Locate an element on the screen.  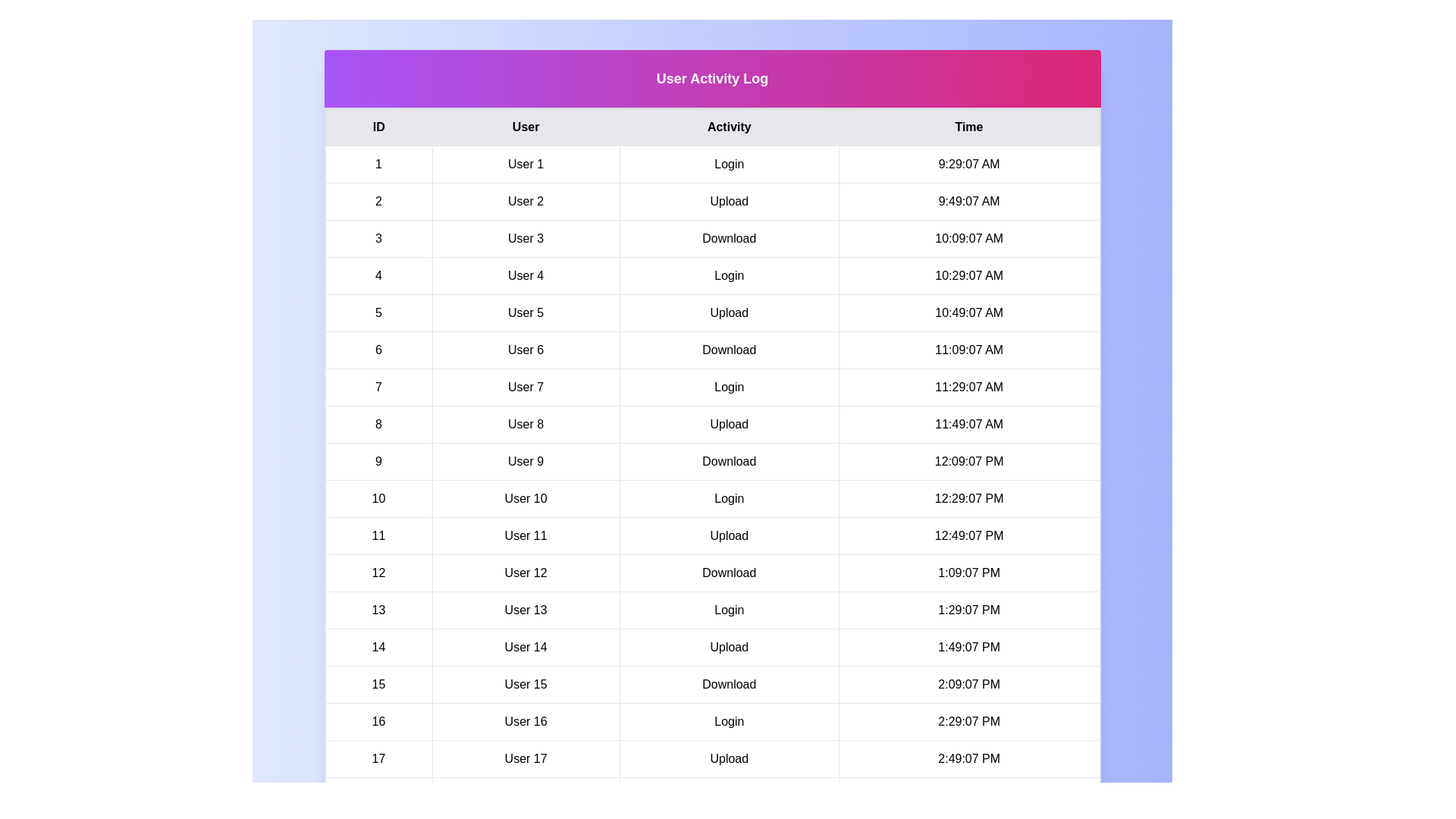
the row corresponding to 9 is located at coordinates (711, 461).